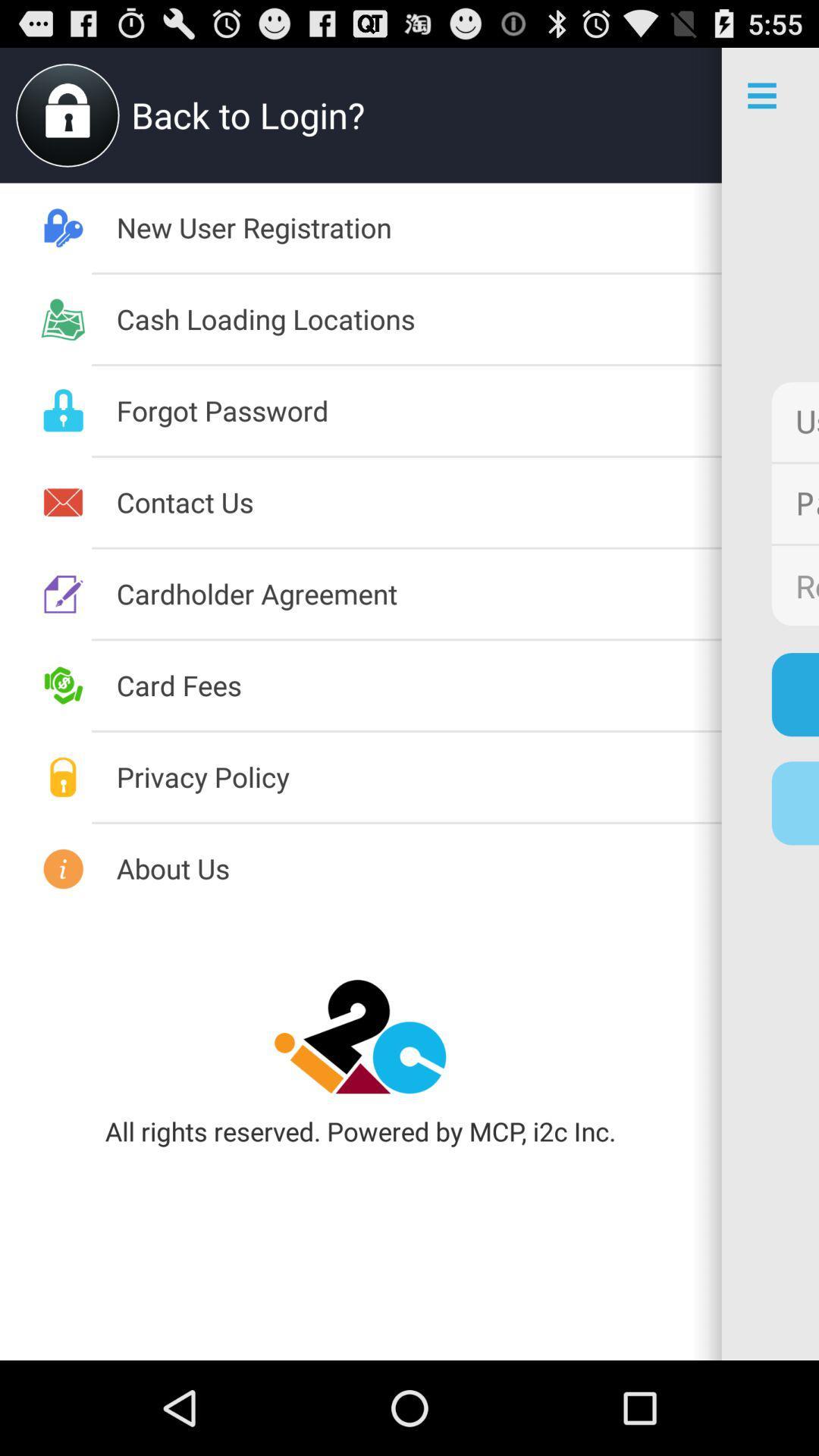  Describe the element at coordinates (419, 318) in the screenshot. I see `the cash loading locations` at that location.